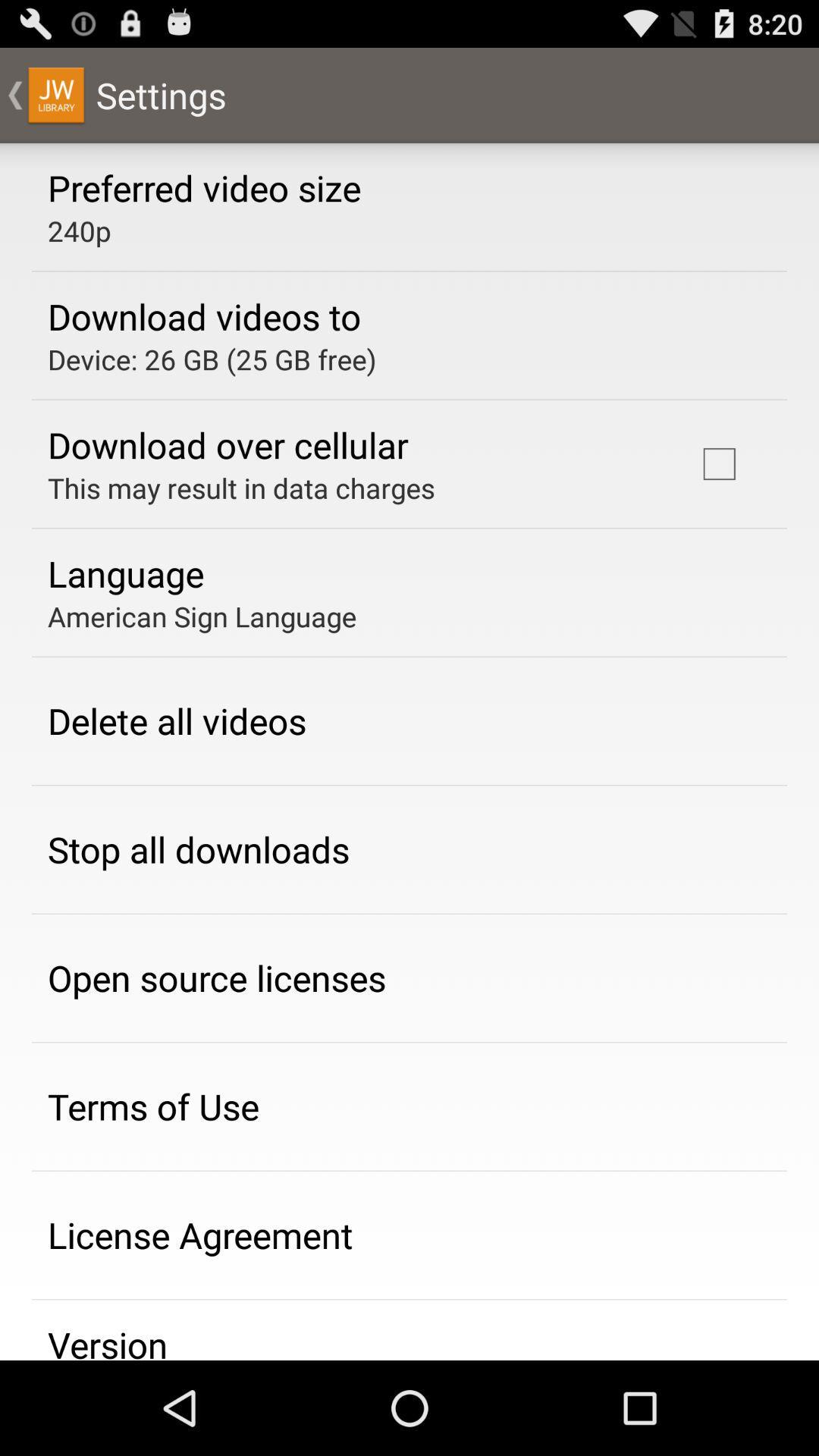  Describe the element at coordinates (79, 230) in the screenshot. I see `the app below preferred video size icon` at that location.